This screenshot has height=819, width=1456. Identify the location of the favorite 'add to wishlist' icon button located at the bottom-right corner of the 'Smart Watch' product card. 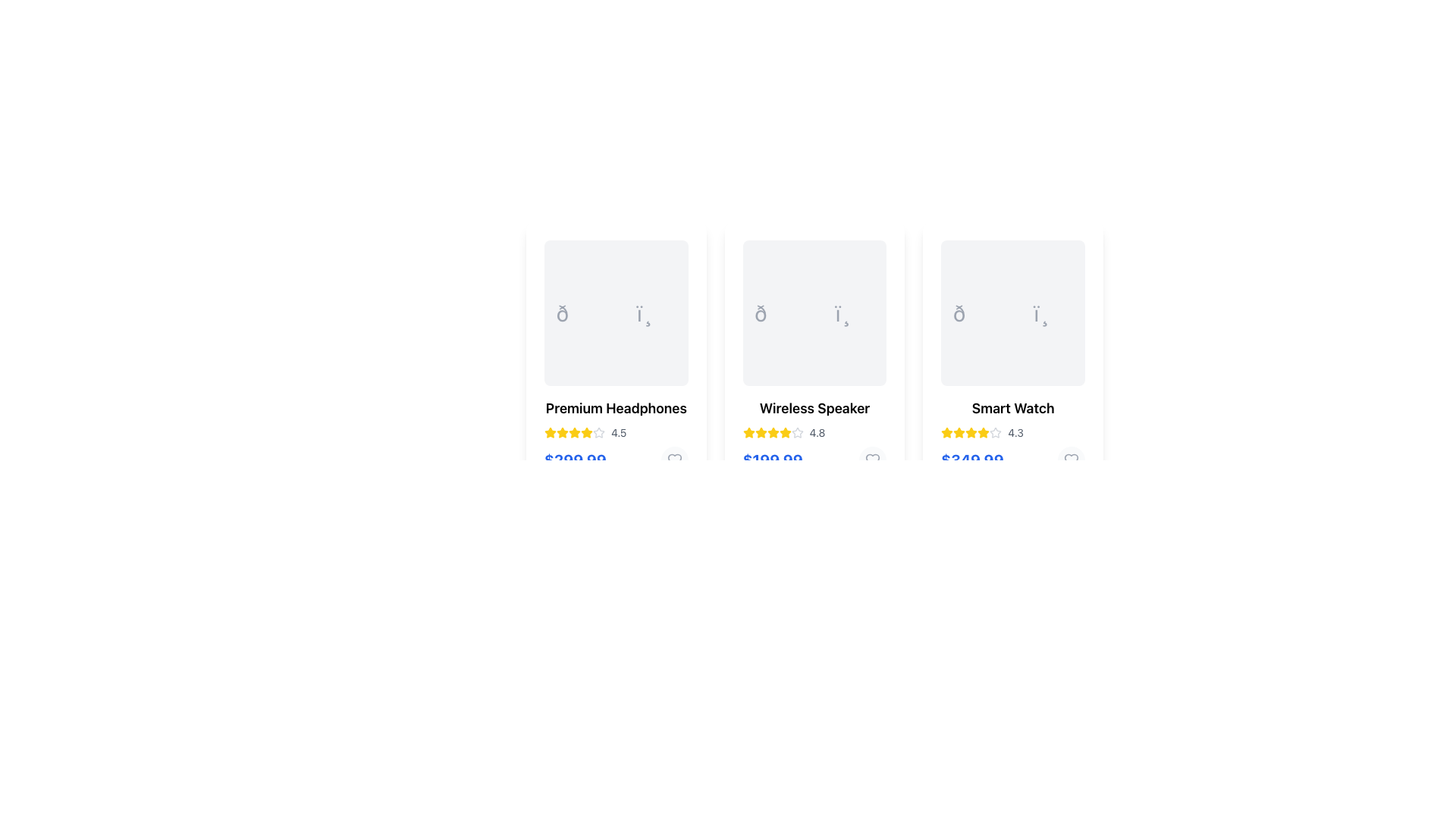
(1070, 459).